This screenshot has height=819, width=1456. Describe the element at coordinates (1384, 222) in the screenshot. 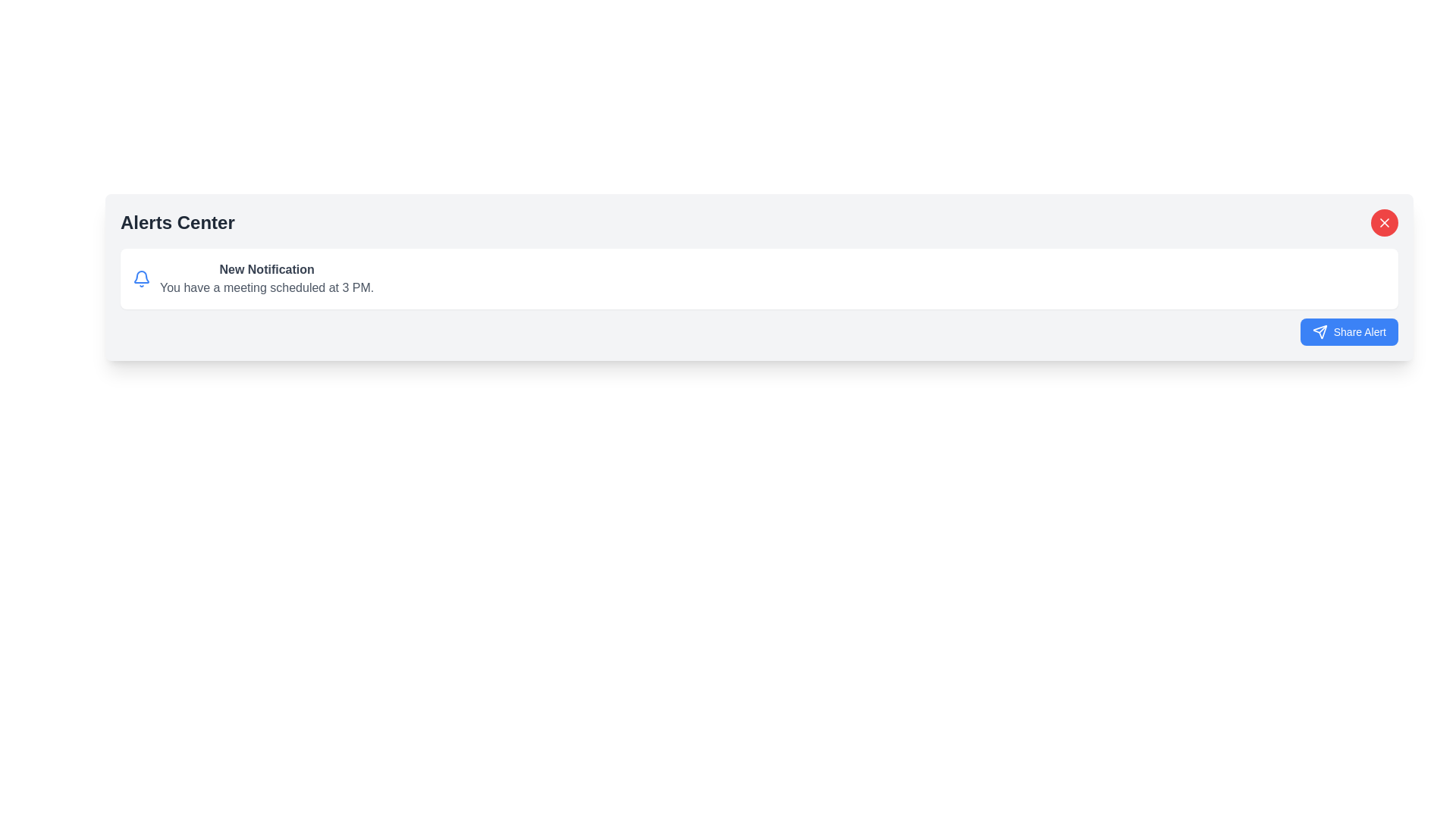

I see `the circular red button with a white 'X' icon` at that location.